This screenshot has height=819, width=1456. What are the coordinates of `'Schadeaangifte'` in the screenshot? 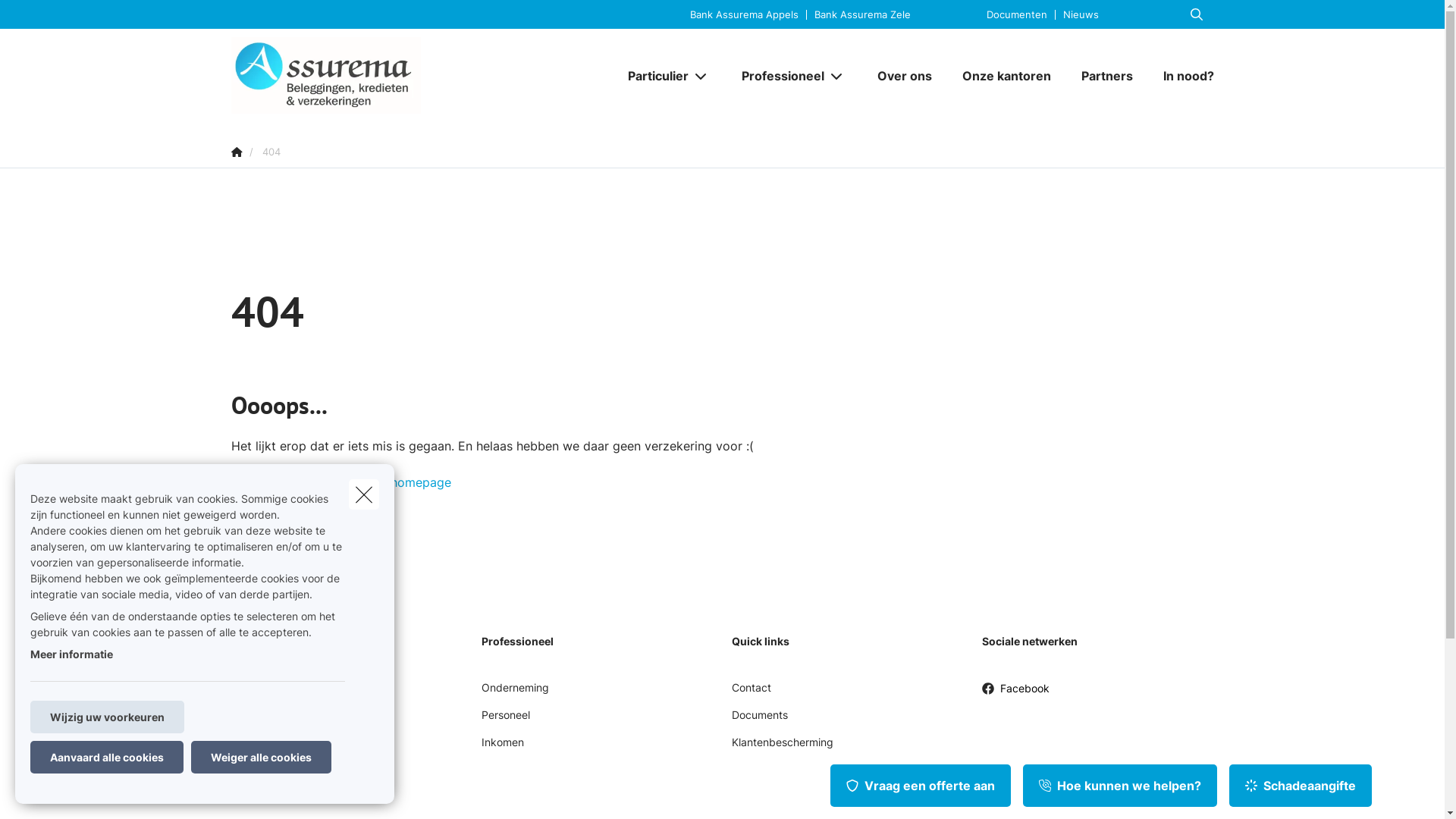 It's located at (1299, 785).